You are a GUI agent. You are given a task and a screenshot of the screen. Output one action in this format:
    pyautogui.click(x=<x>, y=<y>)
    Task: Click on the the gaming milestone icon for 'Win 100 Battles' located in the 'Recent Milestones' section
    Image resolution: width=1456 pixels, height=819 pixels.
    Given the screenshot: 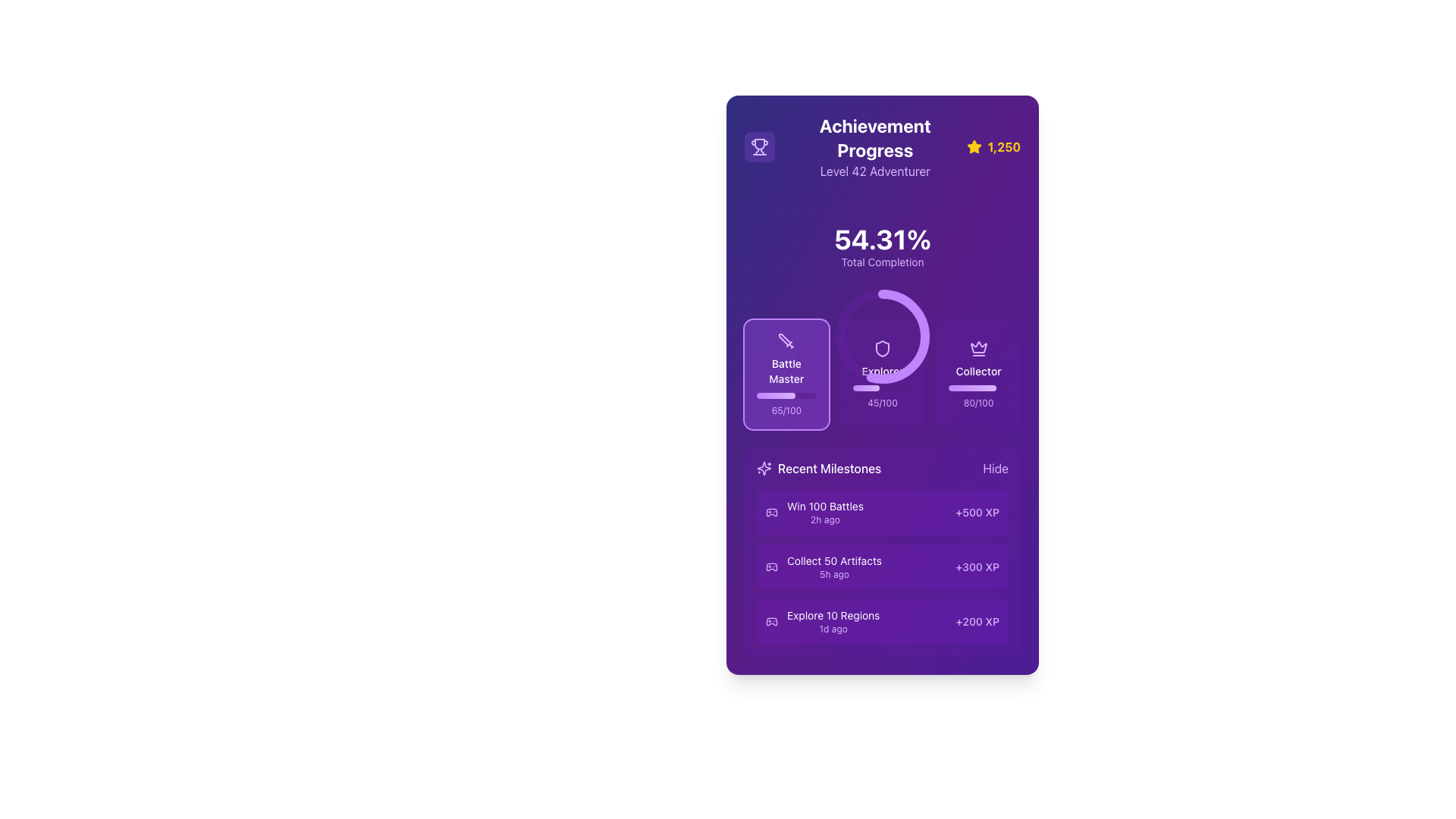 What is the action you would take?
    pyautogui.click(x=771, y=512)
    